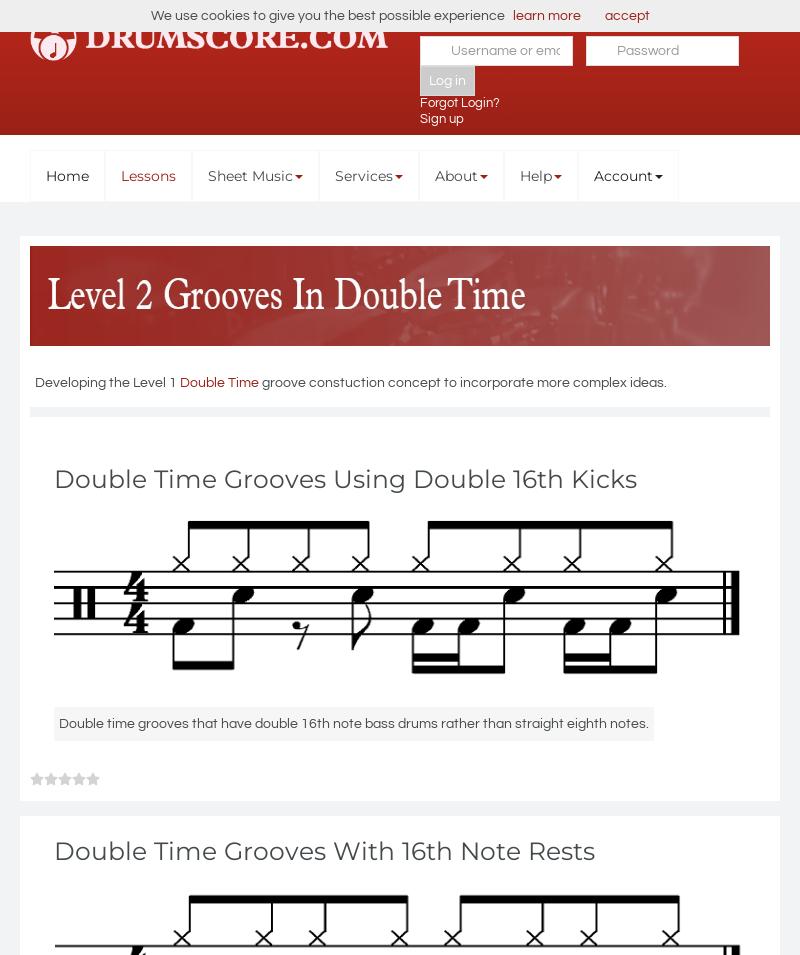 This screenshot has height=955, width=800. What do you see at coordinates (626, 15) in the screenshot?
I see `'accept'` at bounding box center [626, 15].